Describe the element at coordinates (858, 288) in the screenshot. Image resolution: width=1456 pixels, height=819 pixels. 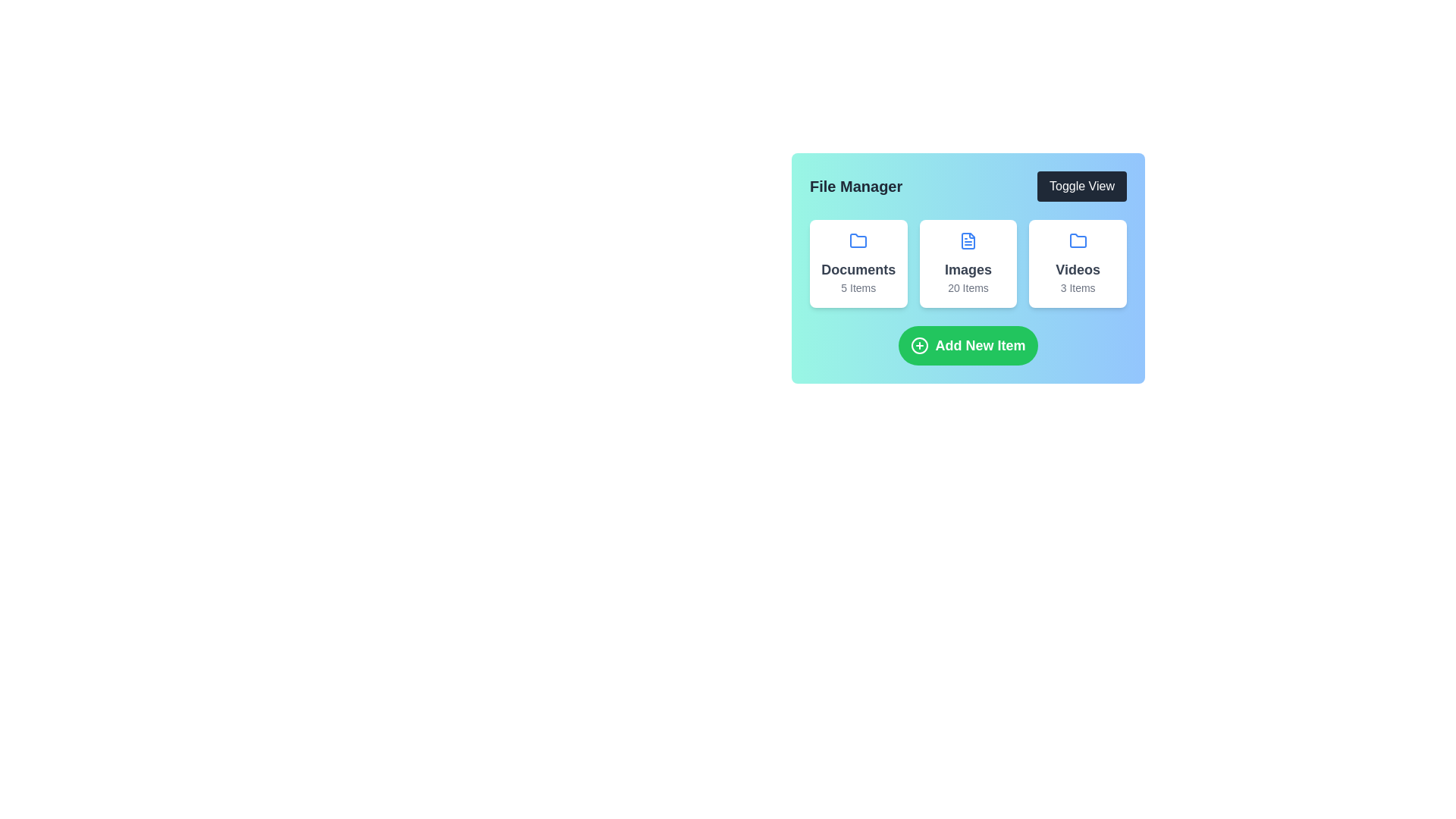
I see `the label displaying '5 Items', which is located below the 'Documents' label in a card-like structure` at that location.